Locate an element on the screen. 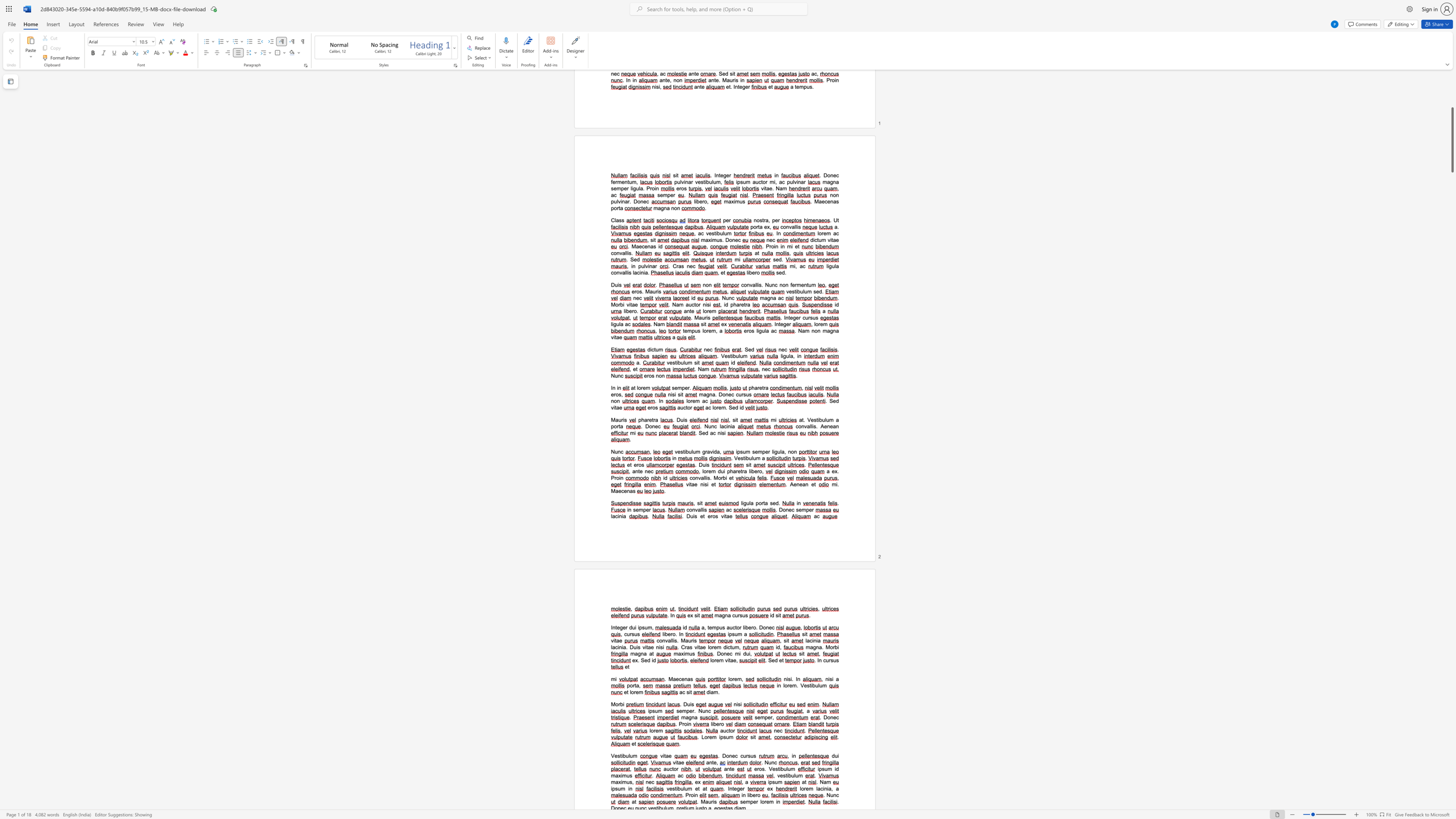  the space between the continuous character "s" and "t" in the text is located at coordinates (785, 775).